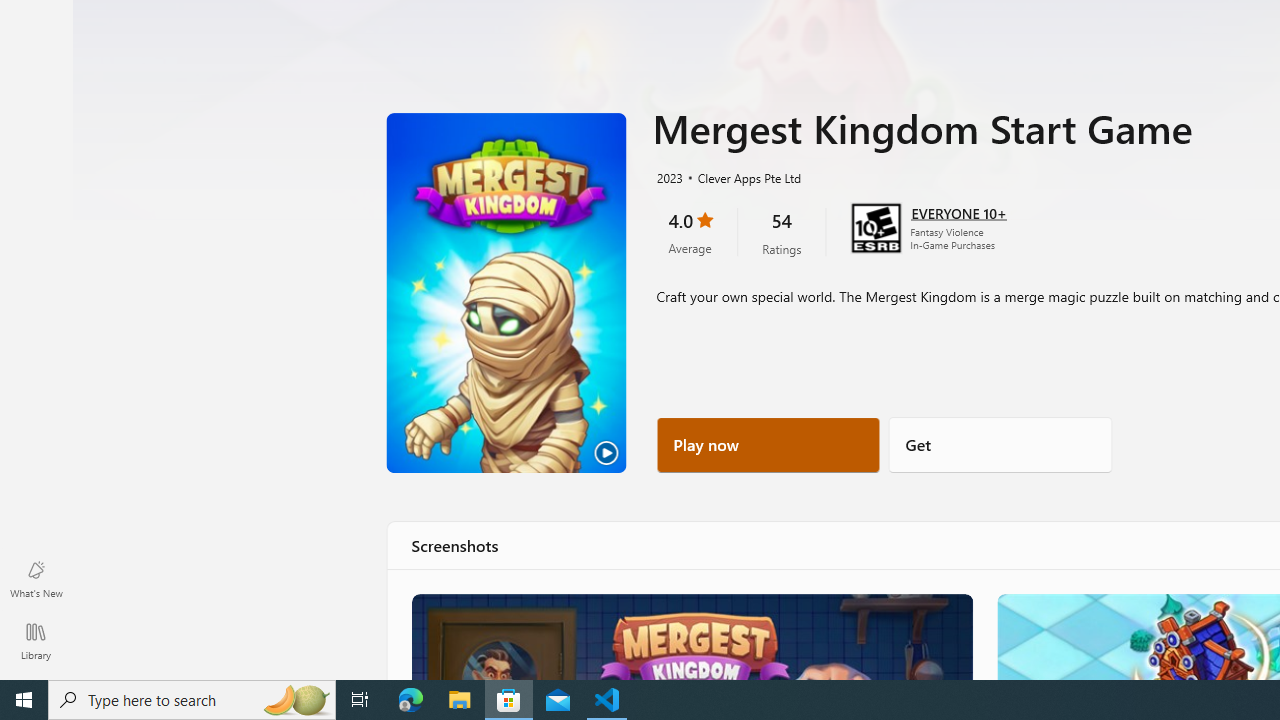 The height and width of the screenshot is (720, 1280). What do you see at coordinates (35, 640) in the screenshot?
I see `'Library'` at bounding box center [35, 640].